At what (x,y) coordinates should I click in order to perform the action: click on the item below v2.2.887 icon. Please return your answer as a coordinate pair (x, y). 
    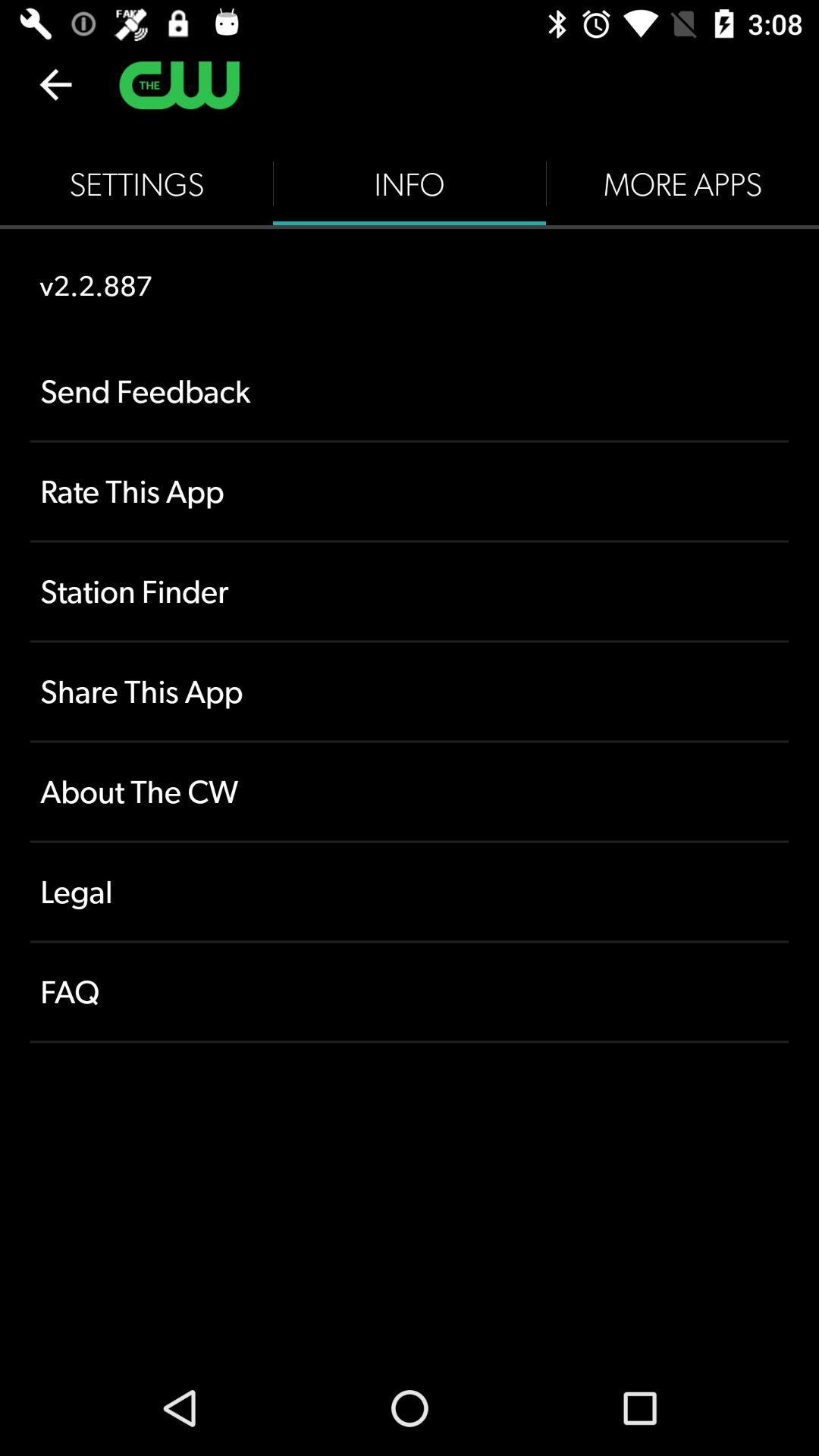
    Looking at the image, I should click on (409, 391).